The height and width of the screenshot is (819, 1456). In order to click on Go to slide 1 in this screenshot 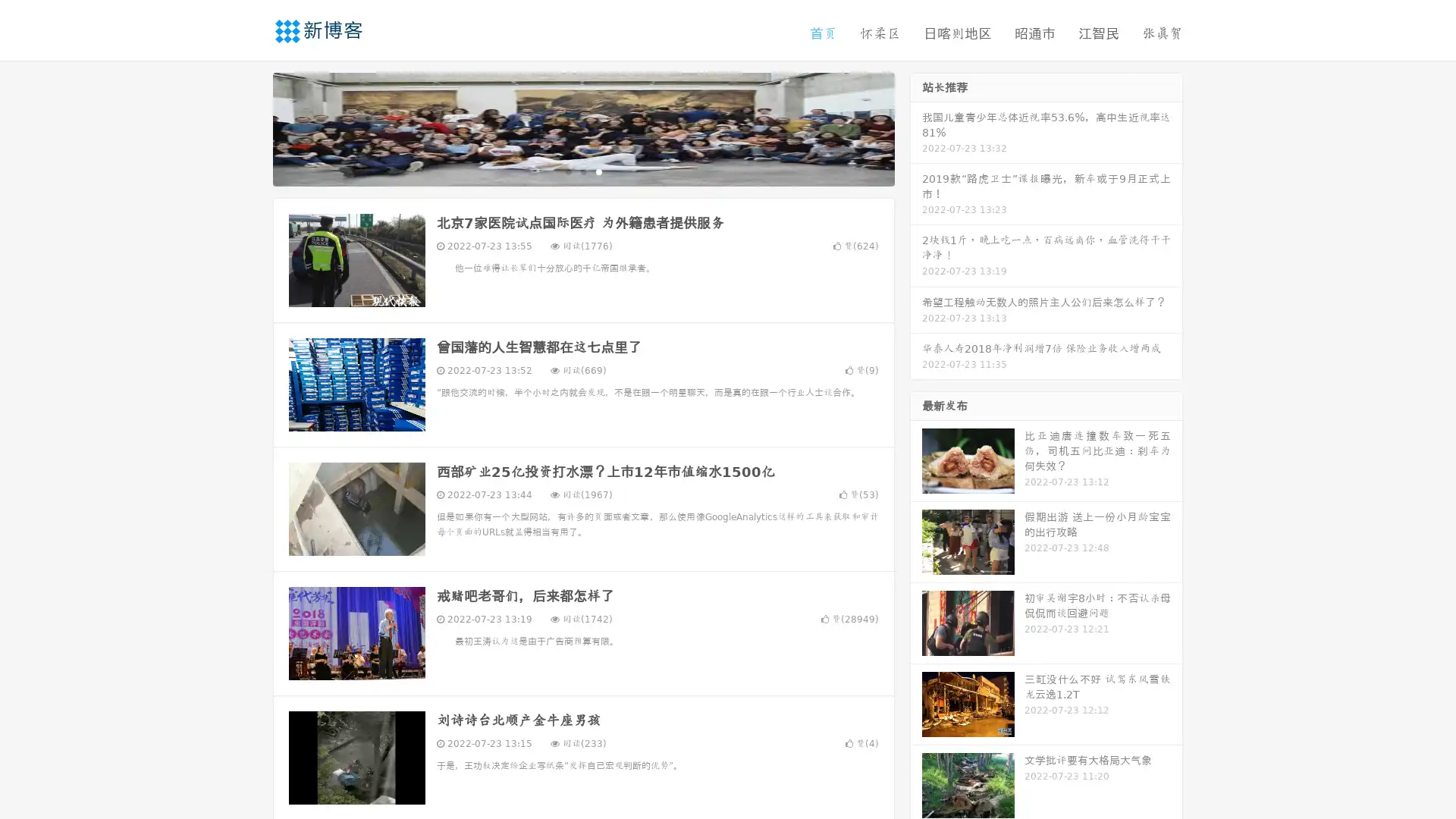, I will do `click(567, 171)`.